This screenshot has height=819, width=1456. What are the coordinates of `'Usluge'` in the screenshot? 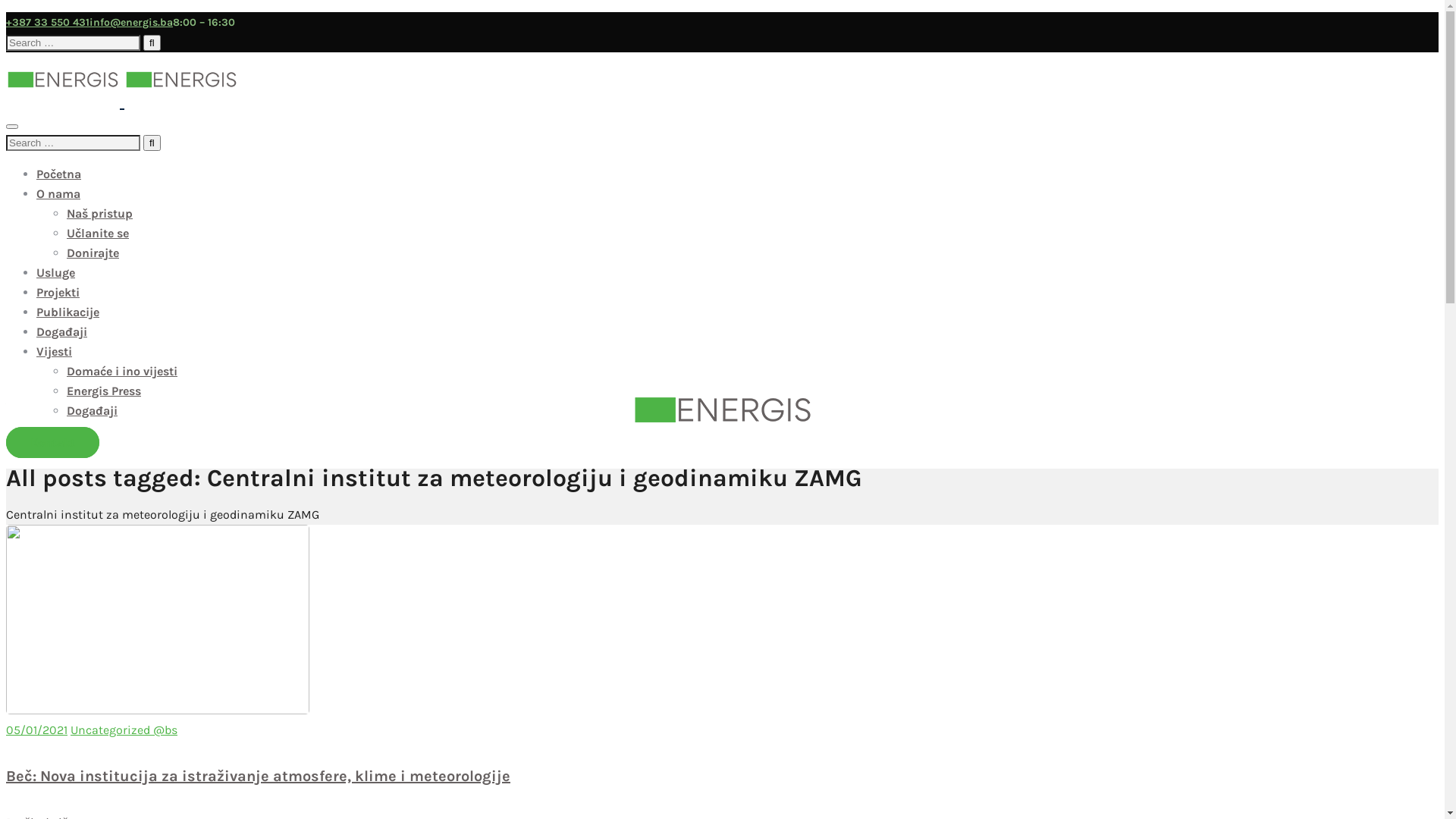 It's located at (55, 271).